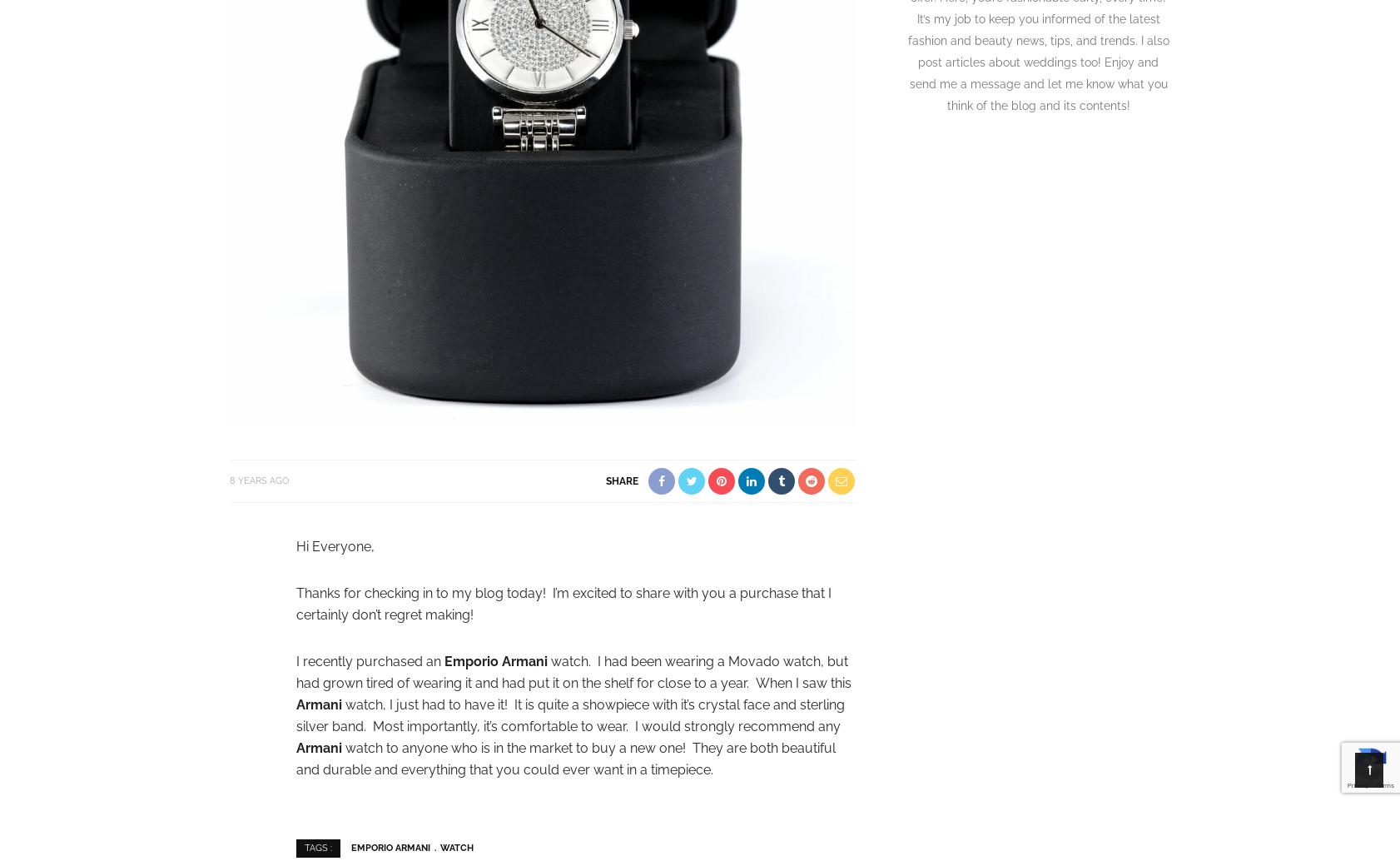  What do you see at coordinates (258, 480) in the screenshot?
I see `'8 years ago'` at bounding box center [258, 480].